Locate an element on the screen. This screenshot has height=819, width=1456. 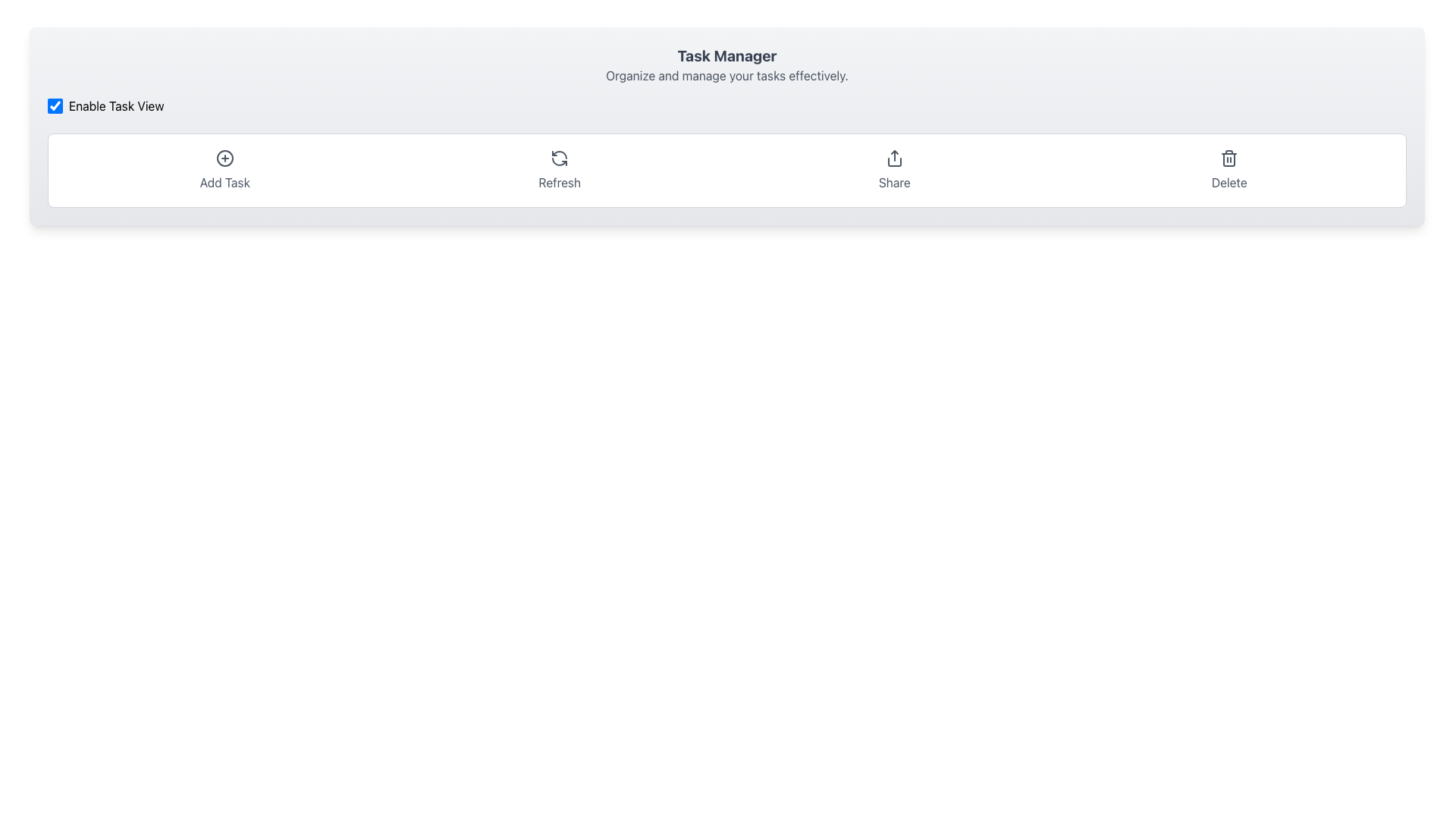
the circular '+' icon located in the task manager toolbar, which is the first interactive icon from the left is located at coordinates (224, 158).